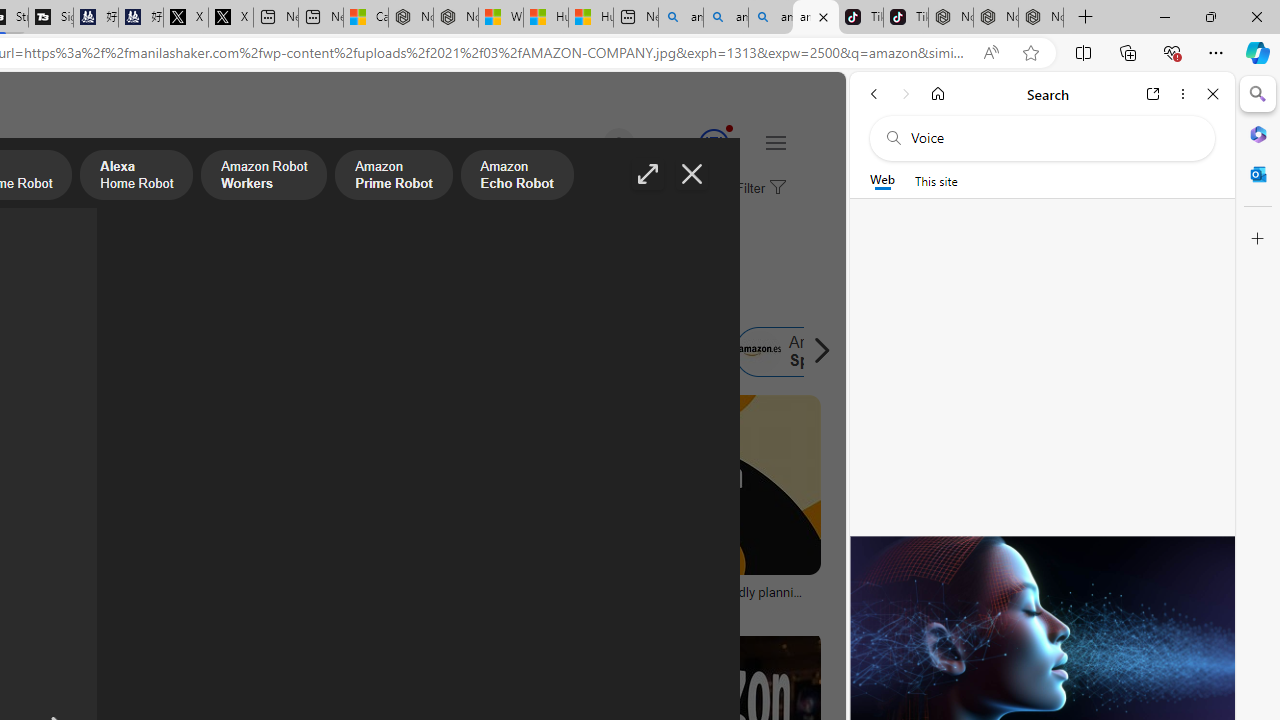 The height and width of the screenshot is (720, 1280). What do you see at coordinates (758, 351) in the screenshot?
I see `'Amazon Spain'` at bounding box center [758, 351].